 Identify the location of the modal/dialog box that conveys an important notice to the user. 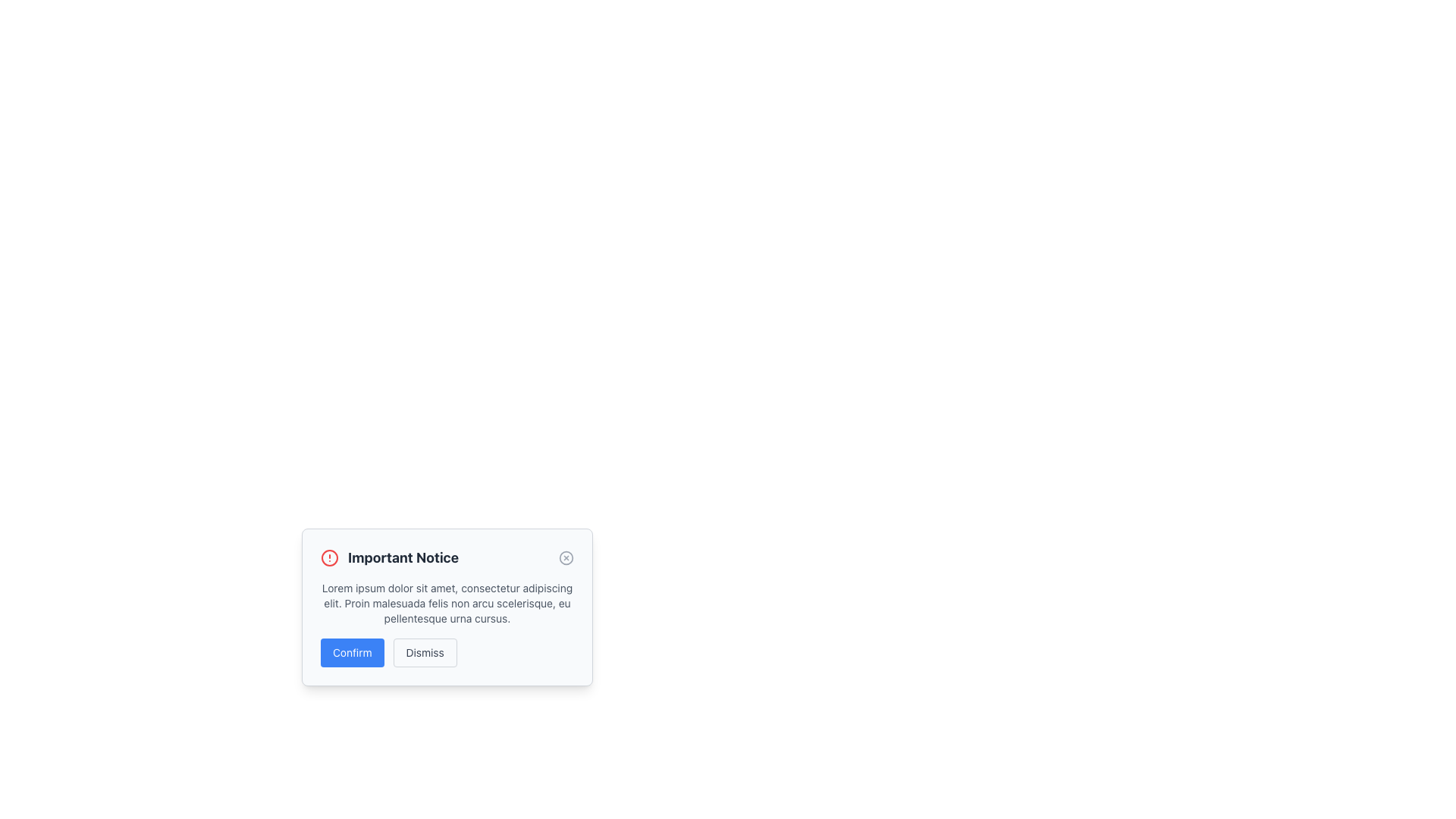
(447, 607).